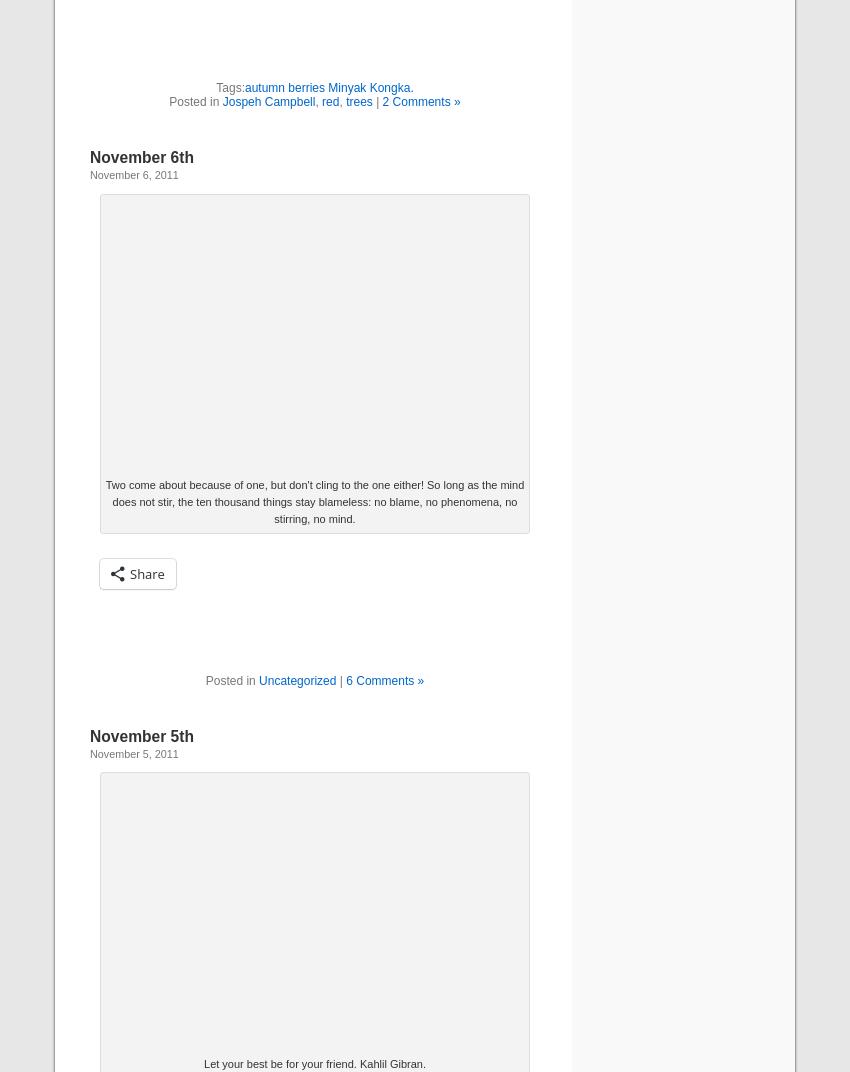 This screenshot has height=1072, width=850. I want to click on 'Jospeh Campbell', so click(267, 101).